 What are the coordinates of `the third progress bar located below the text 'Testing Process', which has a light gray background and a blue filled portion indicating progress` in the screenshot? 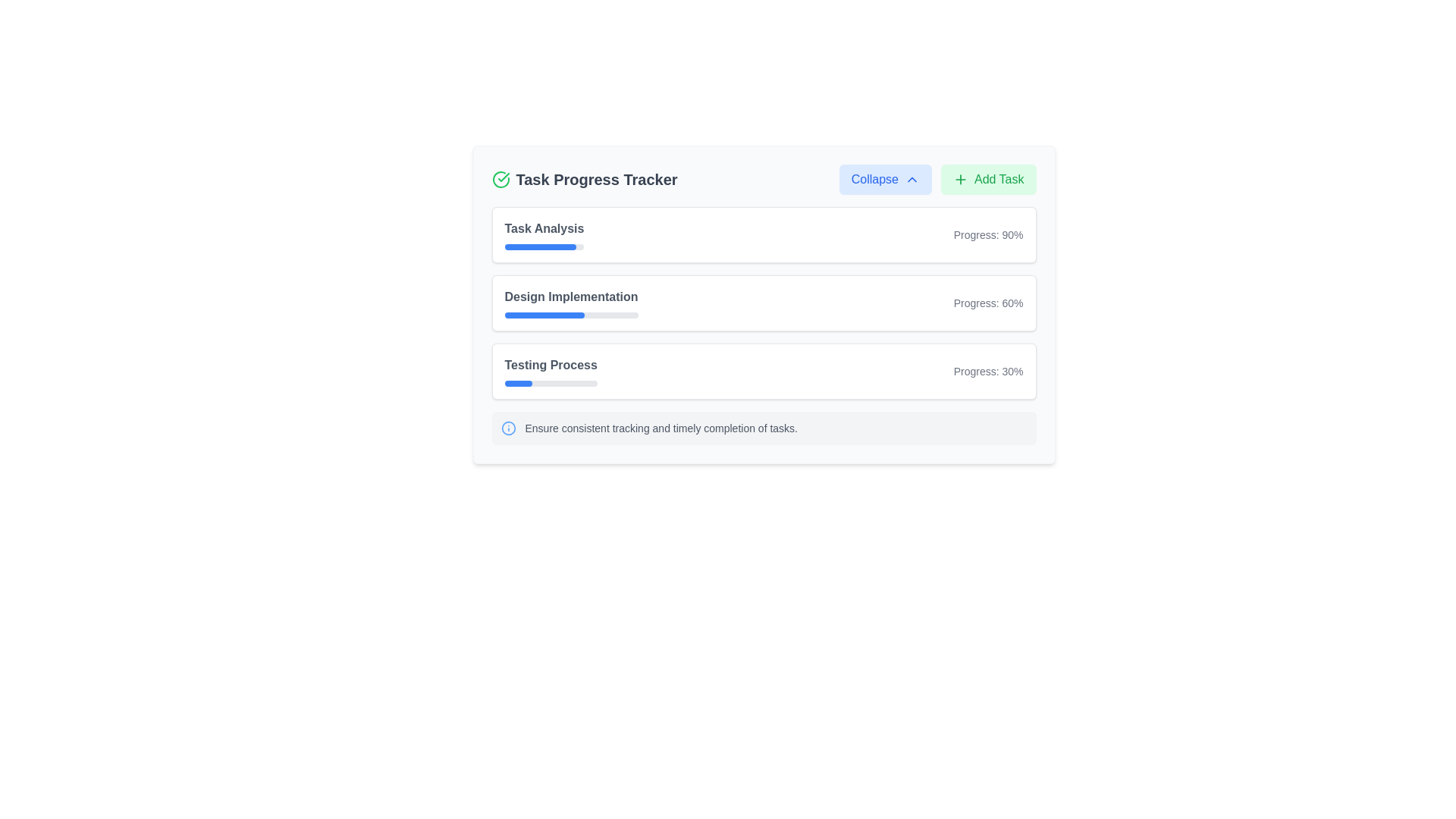 It's located at (550, 382).